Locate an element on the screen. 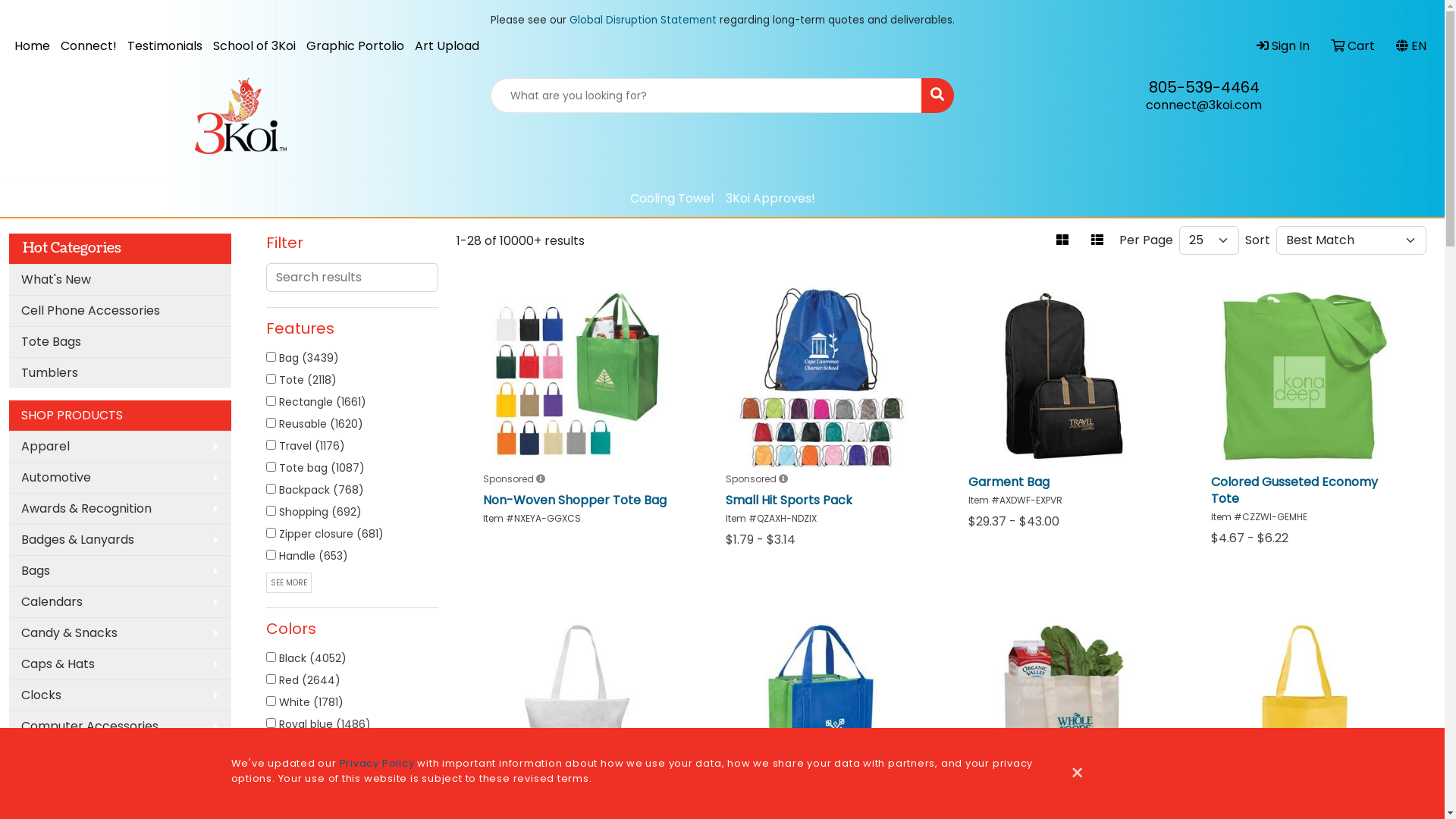  'Privacy Policy' is located at coordinates (377, 763).